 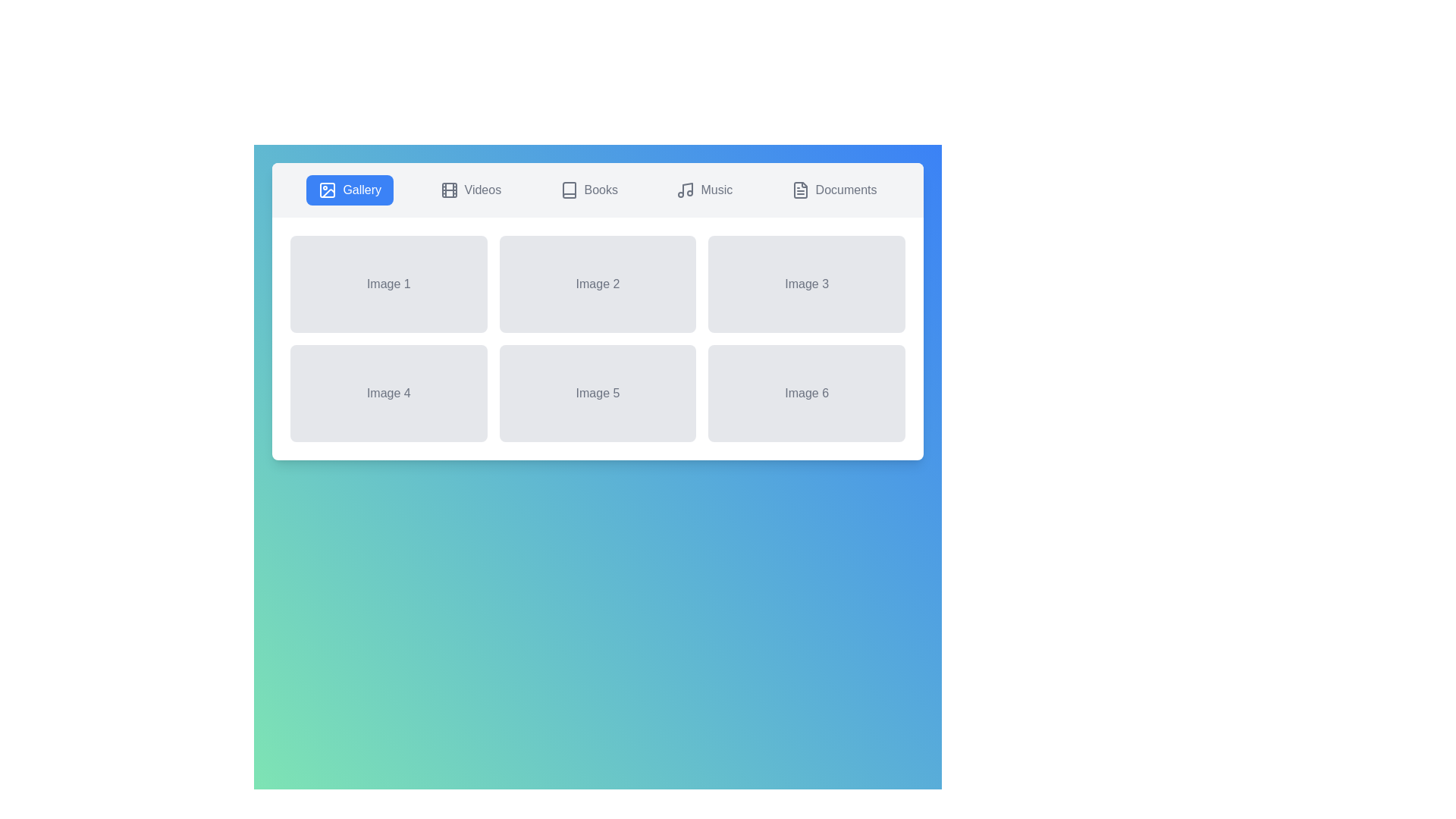 I want to click on the 'Gallery' button, so click(x=349, y=189).